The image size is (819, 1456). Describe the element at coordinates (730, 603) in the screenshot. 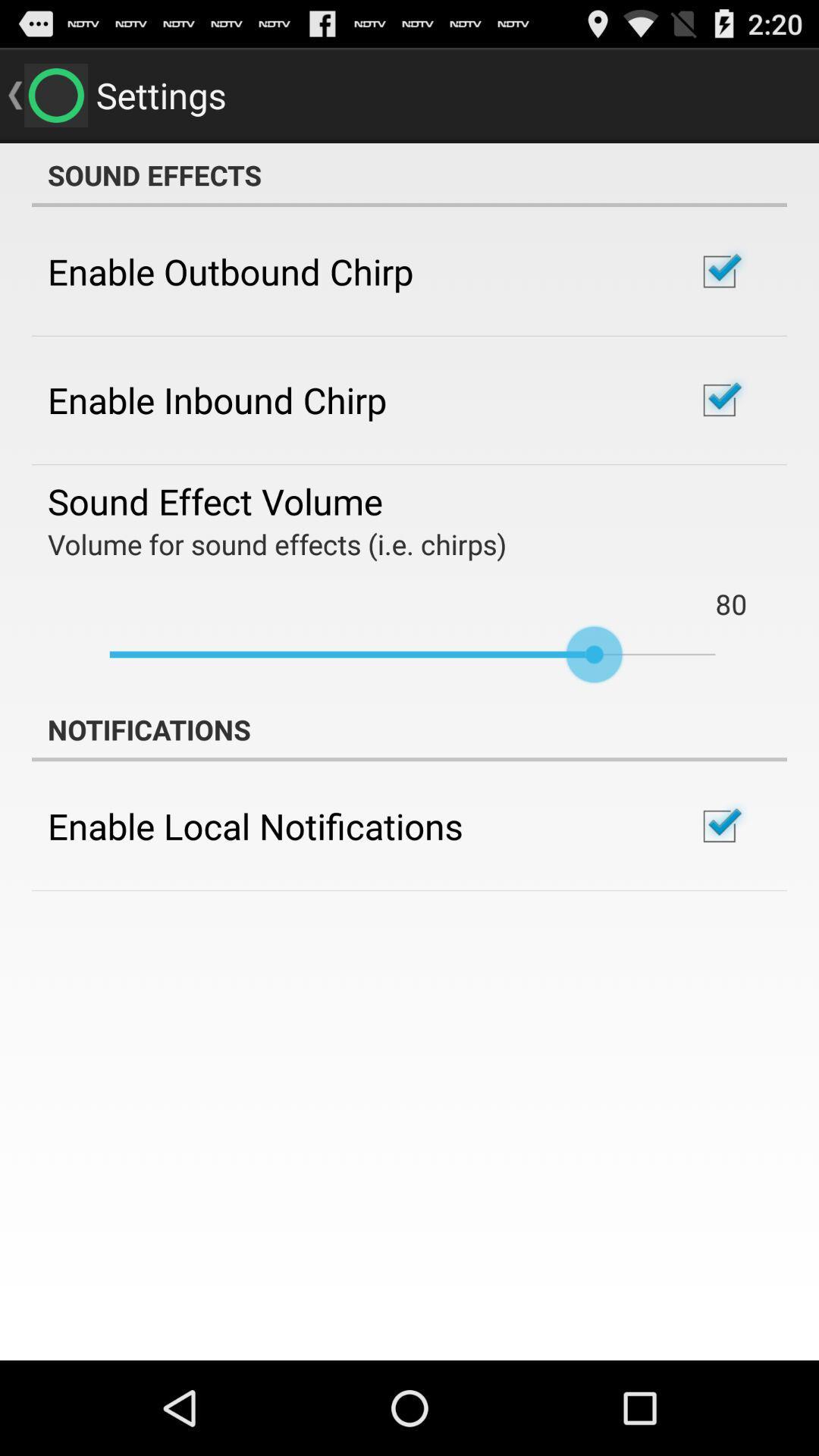

I see `the 80 item` at that location.